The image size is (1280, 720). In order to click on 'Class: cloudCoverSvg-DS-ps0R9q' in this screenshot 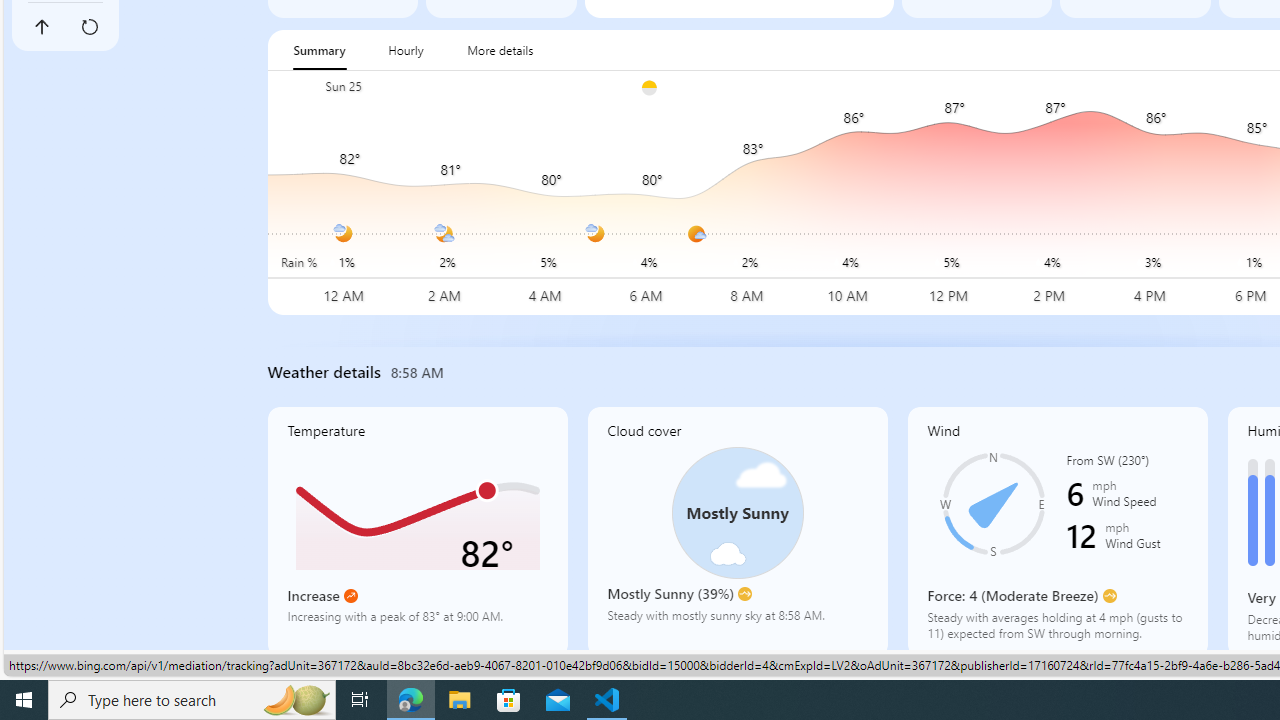, I will do `click(736, 512)`.